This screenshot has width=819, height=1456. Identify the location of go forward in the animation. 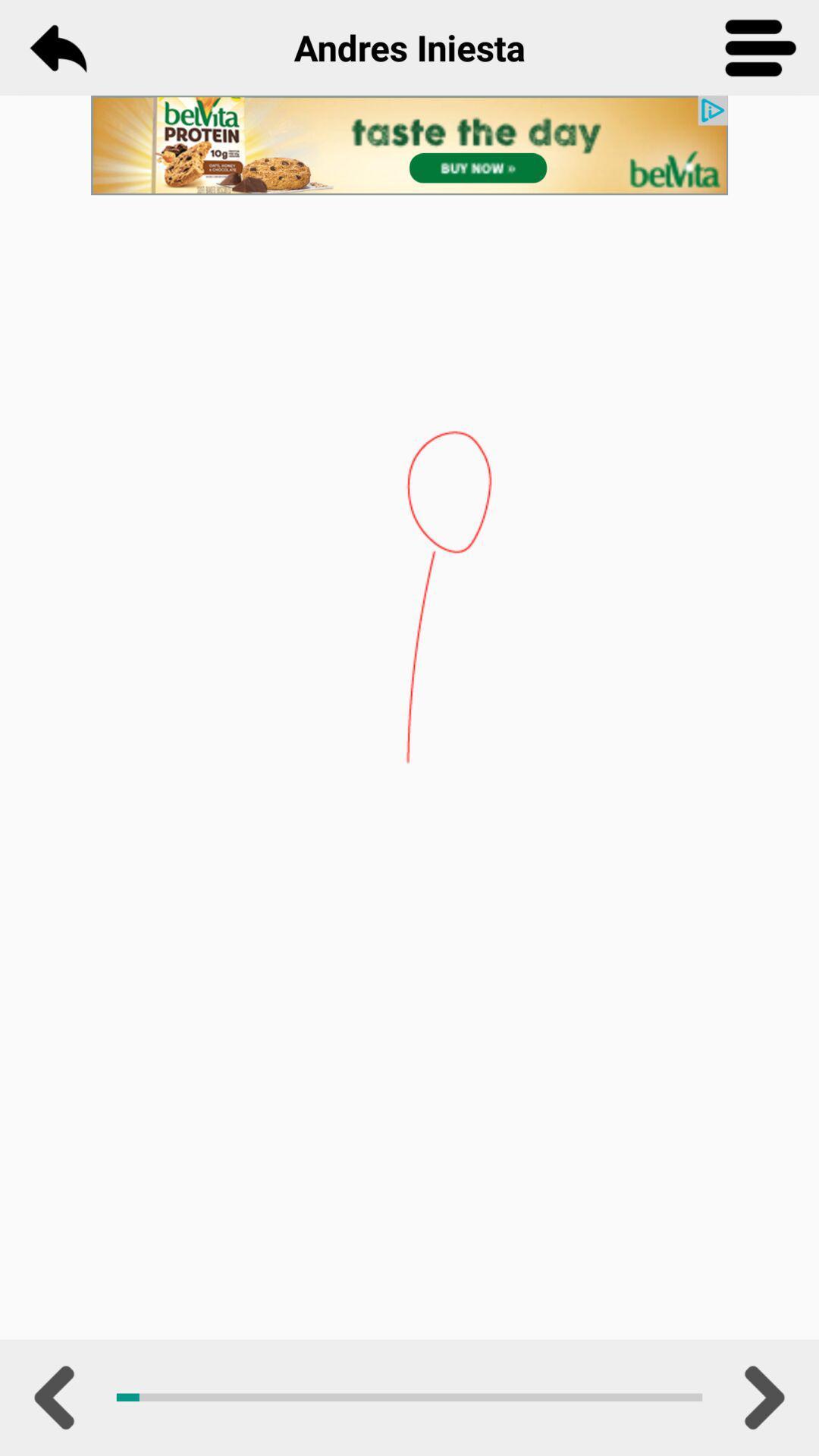
(761, 1397).